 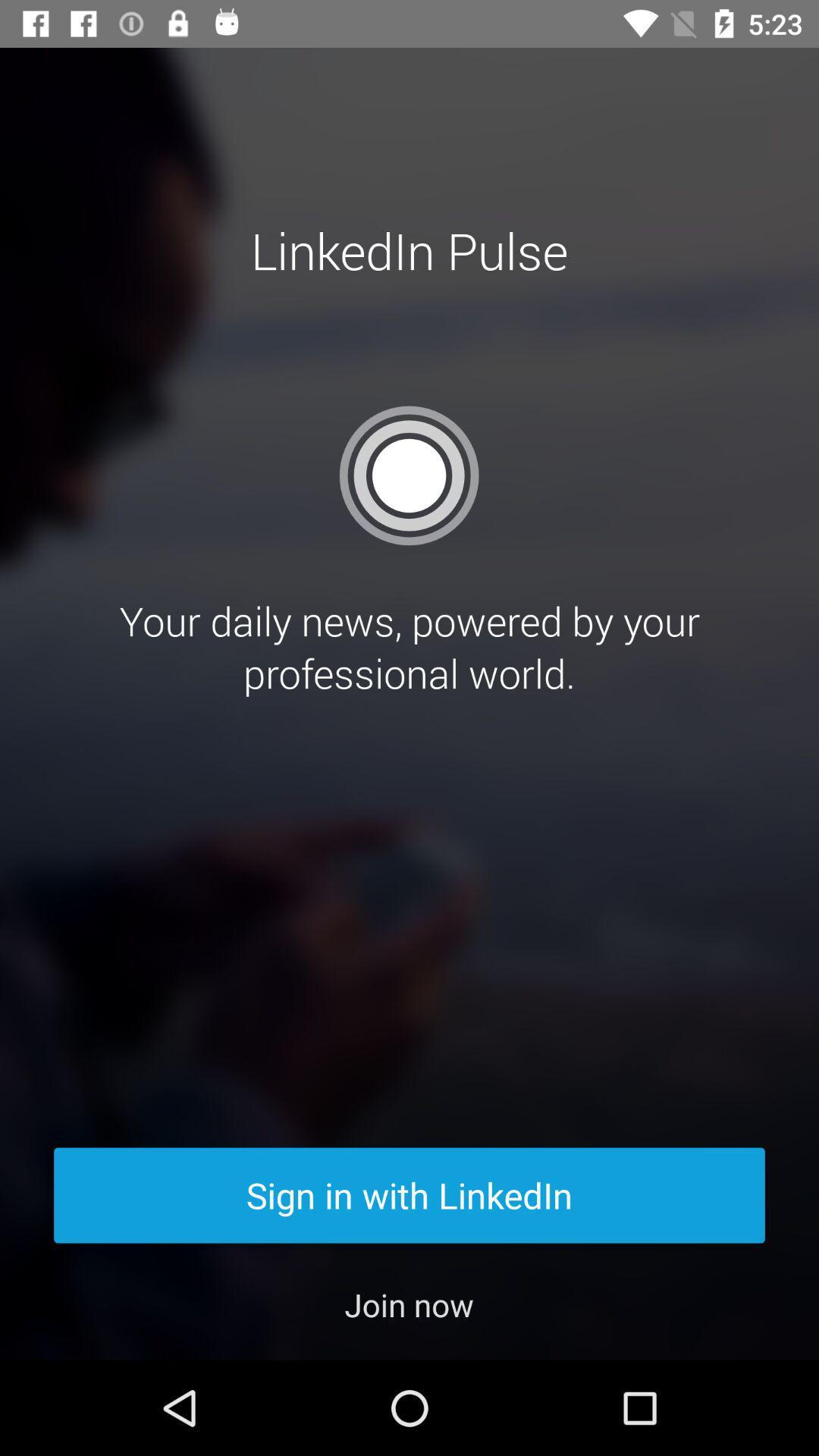 I want to click on sign in with item, so click(x=409, y=1194).